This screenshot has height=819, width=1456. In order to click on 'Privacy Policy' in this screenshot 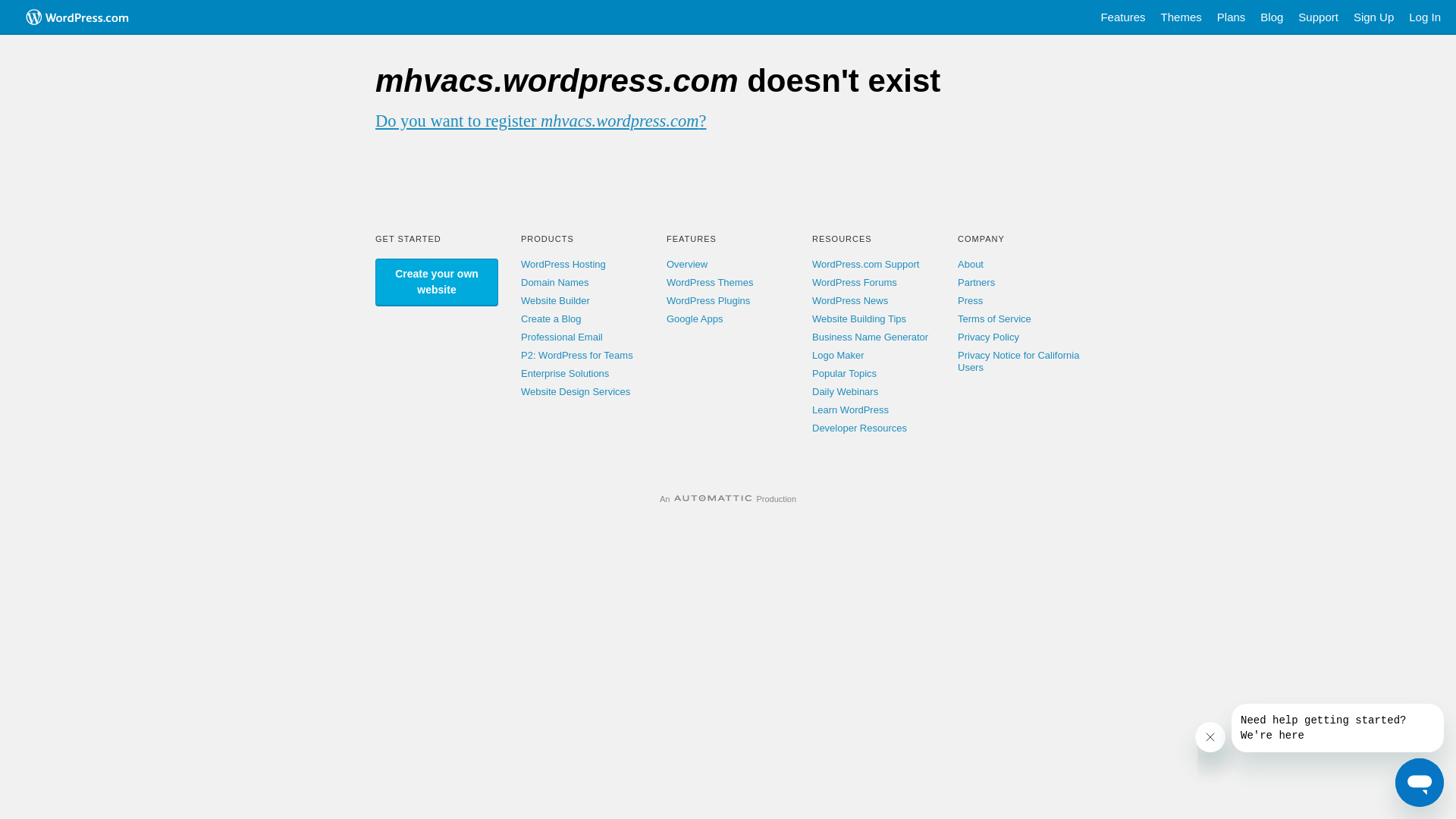, I will do `click(988, 336)`.